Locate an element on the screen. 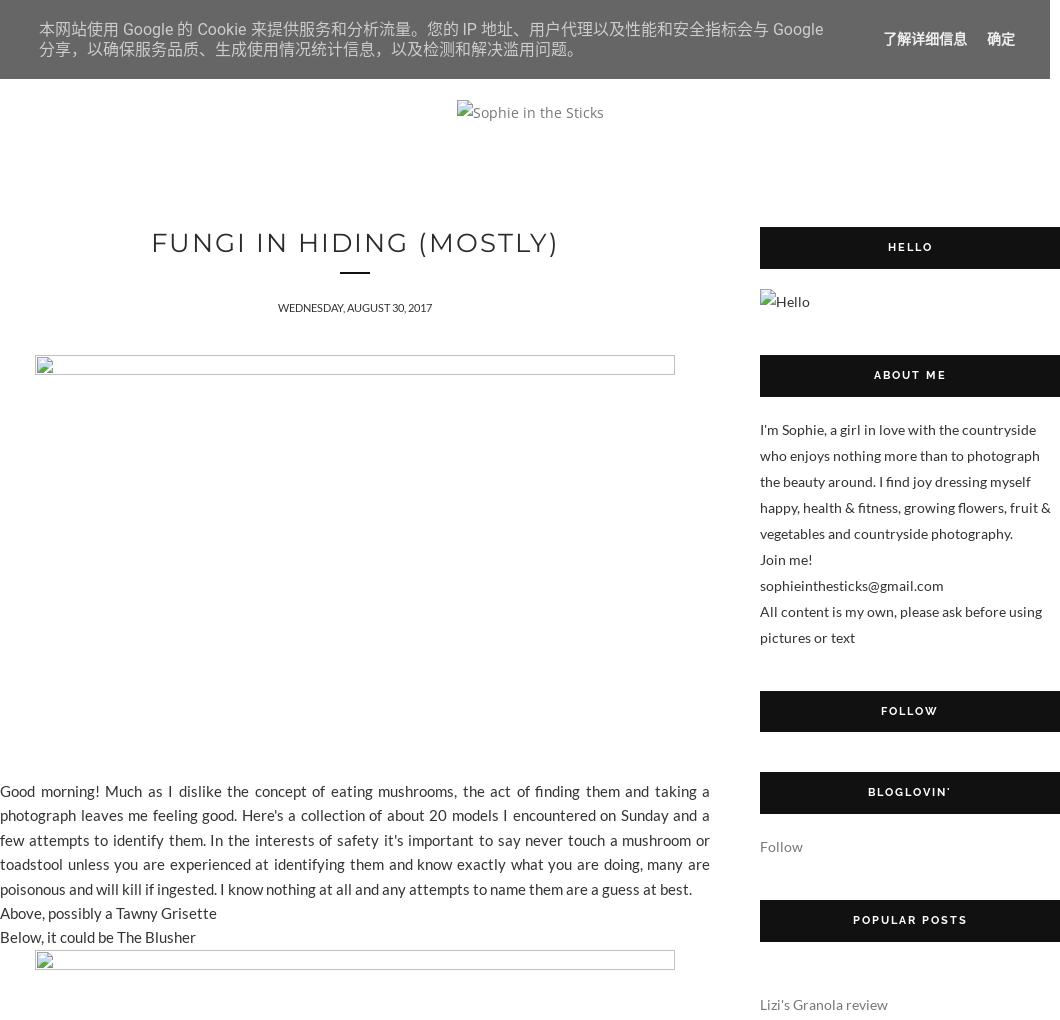 This screenshot has width=1060, height=1020. 'Below, it could be The Blusher' is located at coordinates (98, 935).